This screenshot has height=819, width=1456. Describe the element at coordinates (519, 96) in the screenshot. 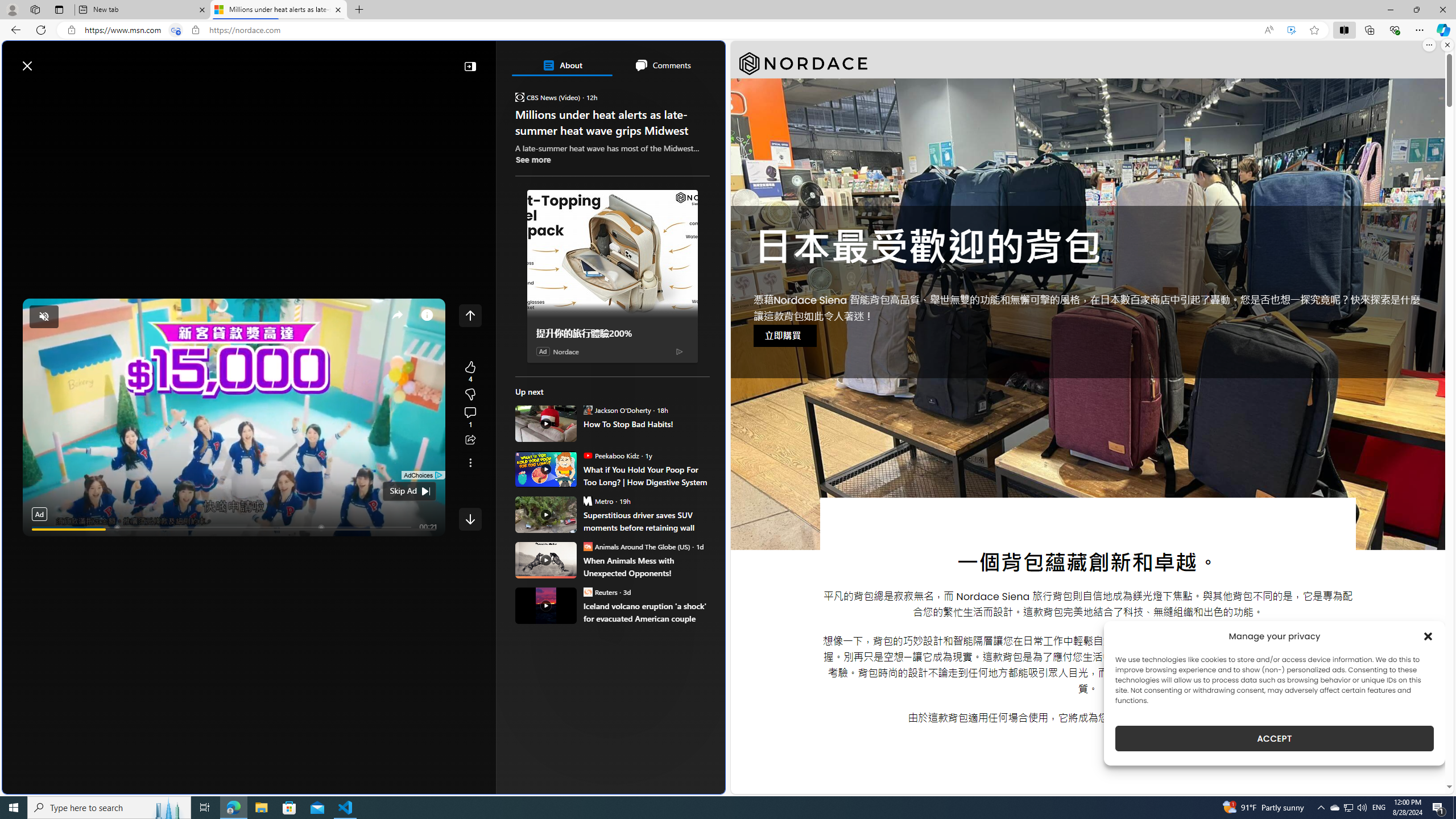

I see `'CBS News (Video)'` at that location.